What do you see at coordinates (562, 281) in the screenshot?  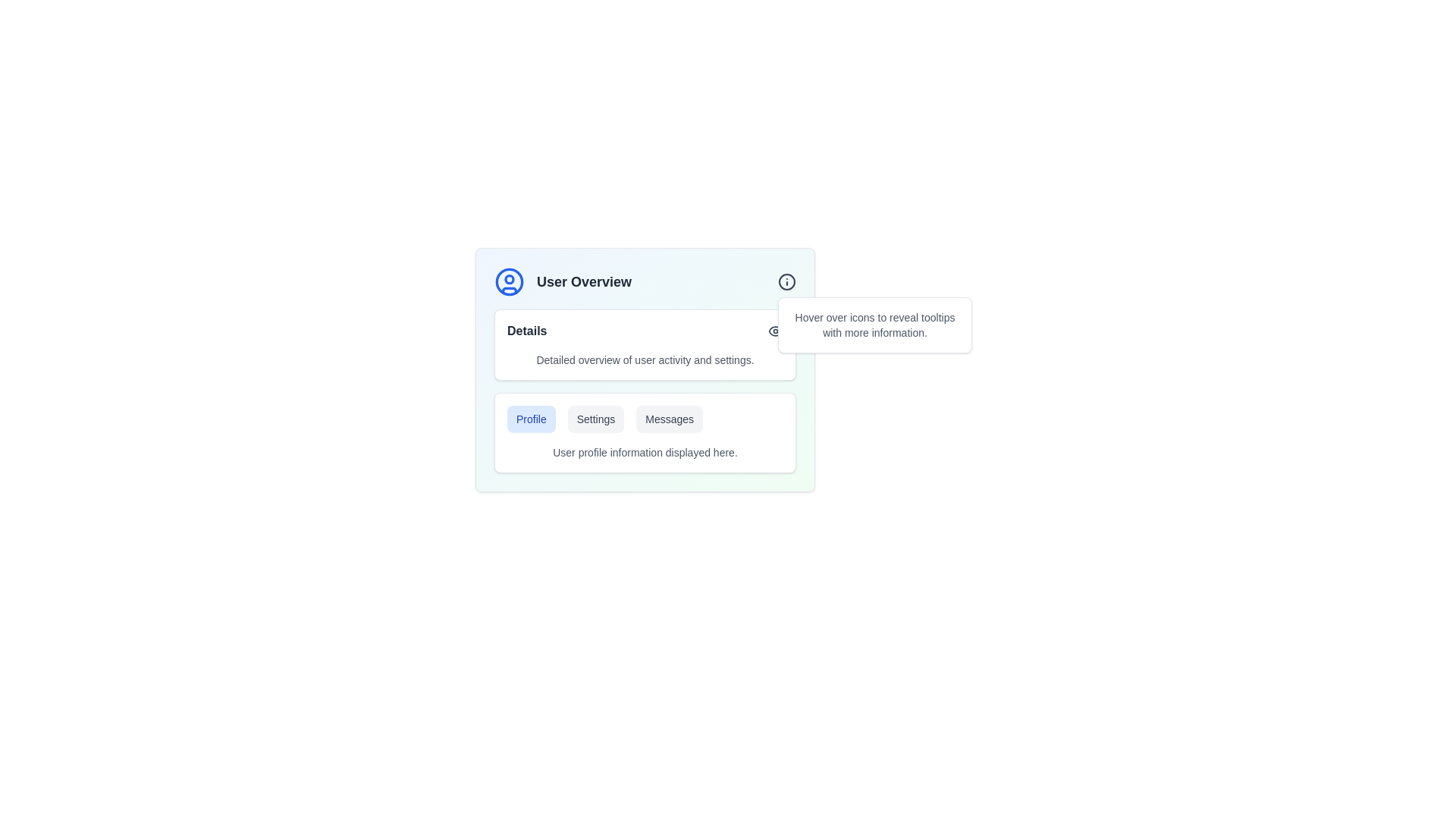 I see `the text 'User Overview'` at bounding box center [562, 281].